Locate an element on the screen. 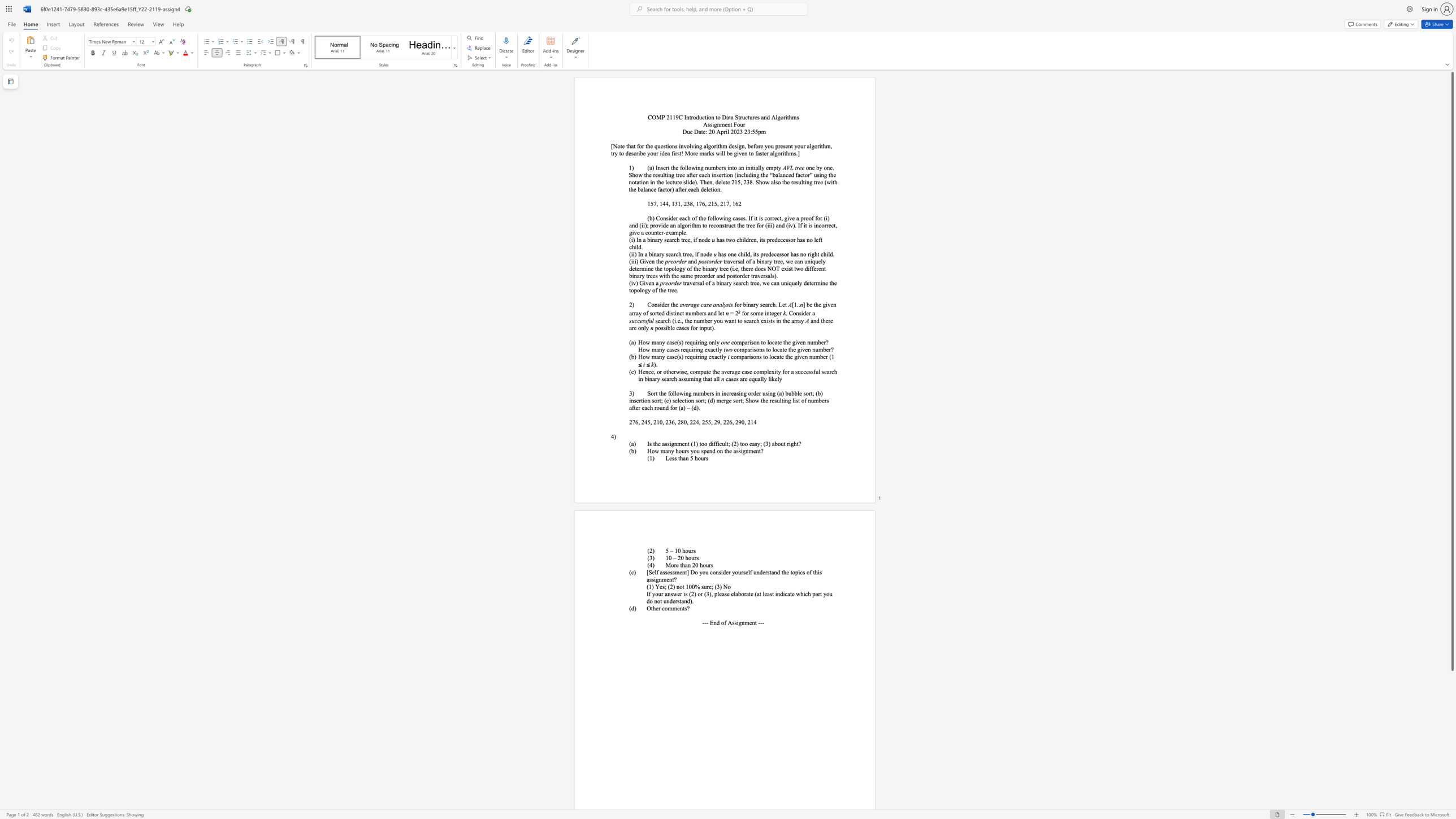  the subset text "a) Insert the following numbers into a" within the text "(a) Insert the following numbers into an initially empty" is located at coordinates (649, 167).